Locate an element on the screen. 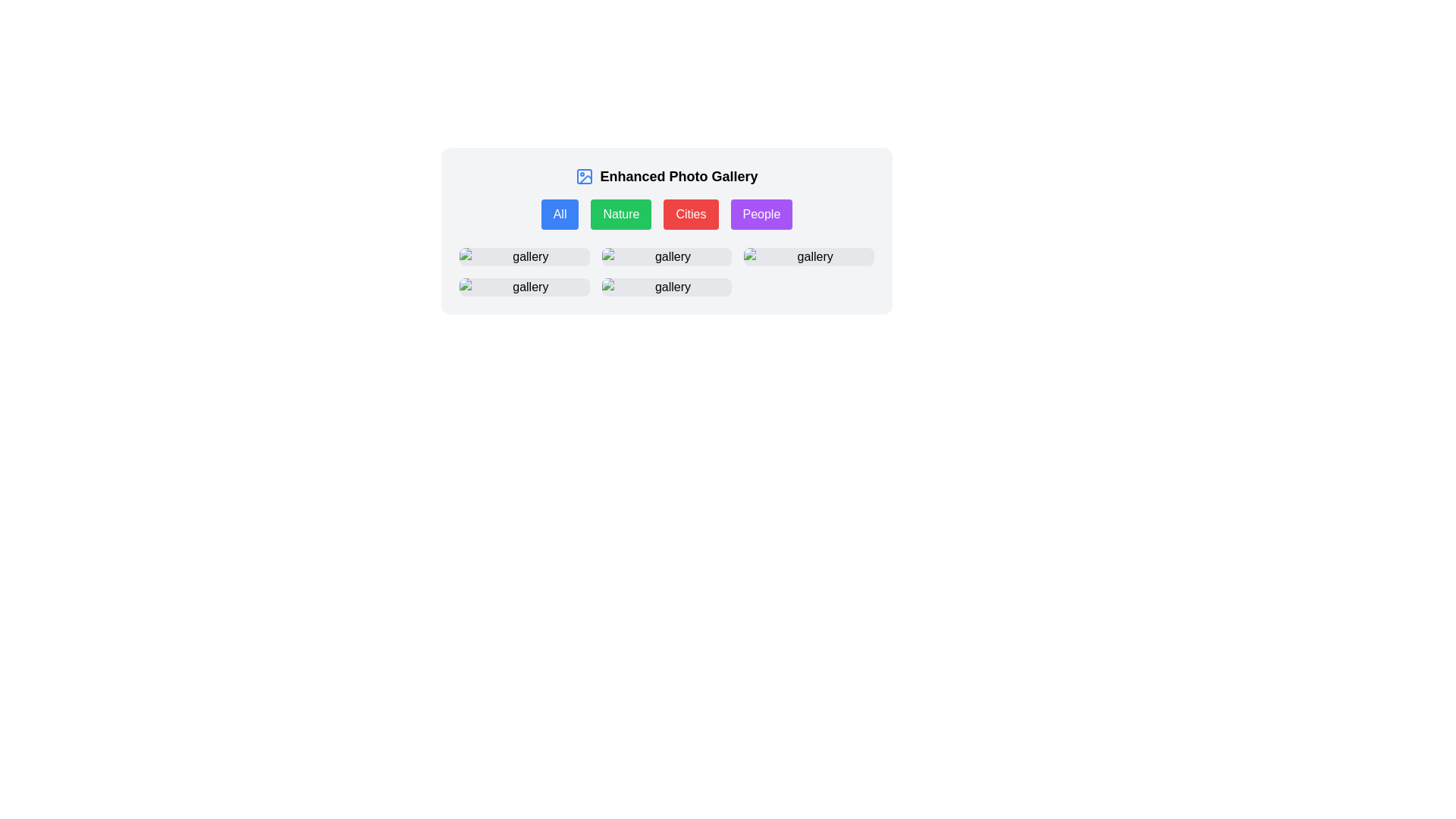 Image resolution: width=1456 pixels, height=819 pixels. the 'Cities' filter button in the Enhanced Photo Gallery section to trigger a visual effect is located at coordinates (667, 214).